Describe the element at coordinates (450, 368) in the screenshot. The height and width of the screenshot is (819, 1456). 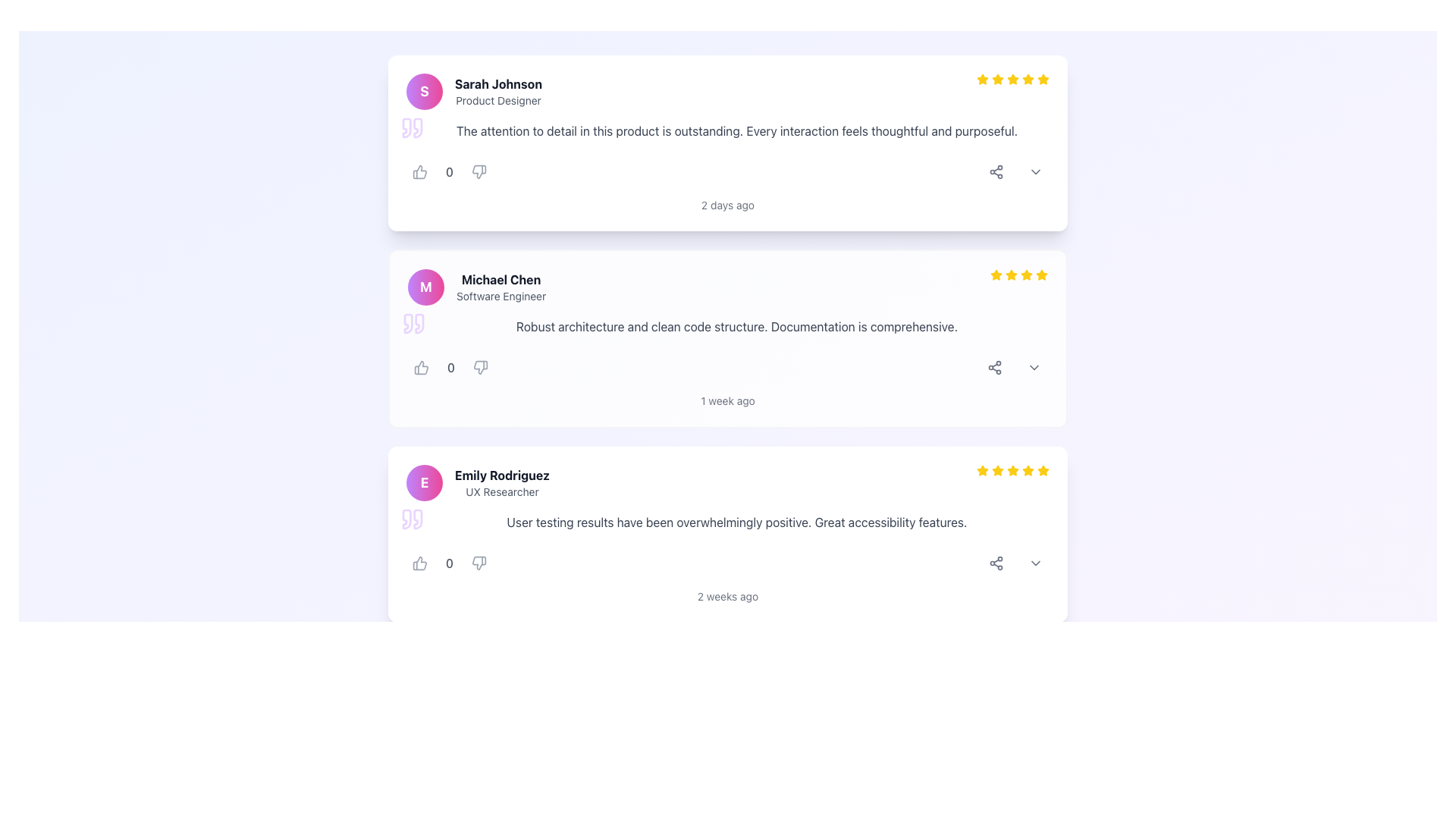
I see `the text label displaying the number '0' in gray font, located centrally between a thumbs-up icon on the left and a thumbs-down icon on the right` at that location.